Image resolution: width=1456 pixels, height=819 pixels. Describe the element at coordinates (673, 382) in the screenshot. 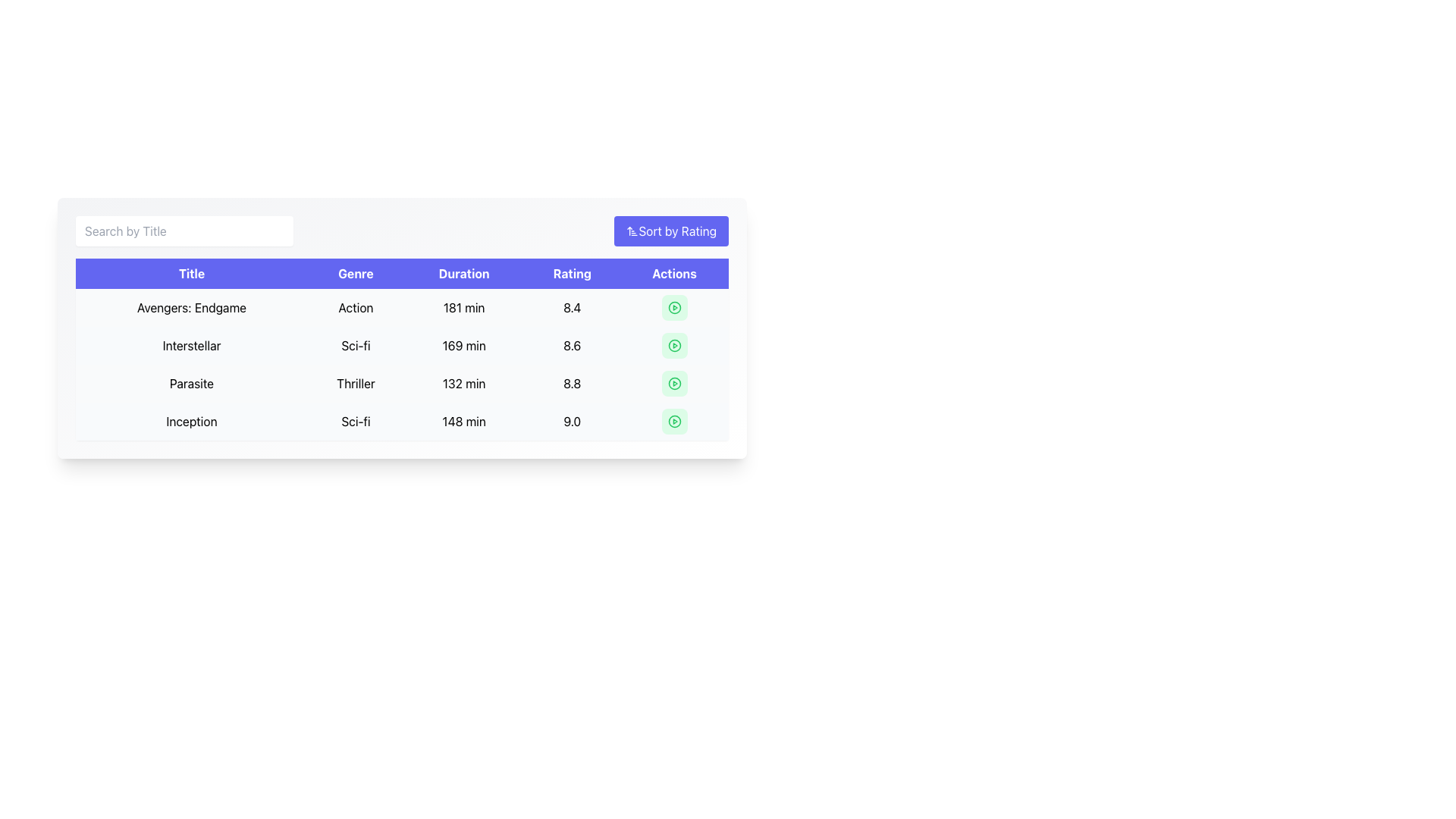

I see `the circular green-bordered button with a play symbol located in the fourth row and fifth column of the movie 'Parasite' actions tab to initiate action` at that location.